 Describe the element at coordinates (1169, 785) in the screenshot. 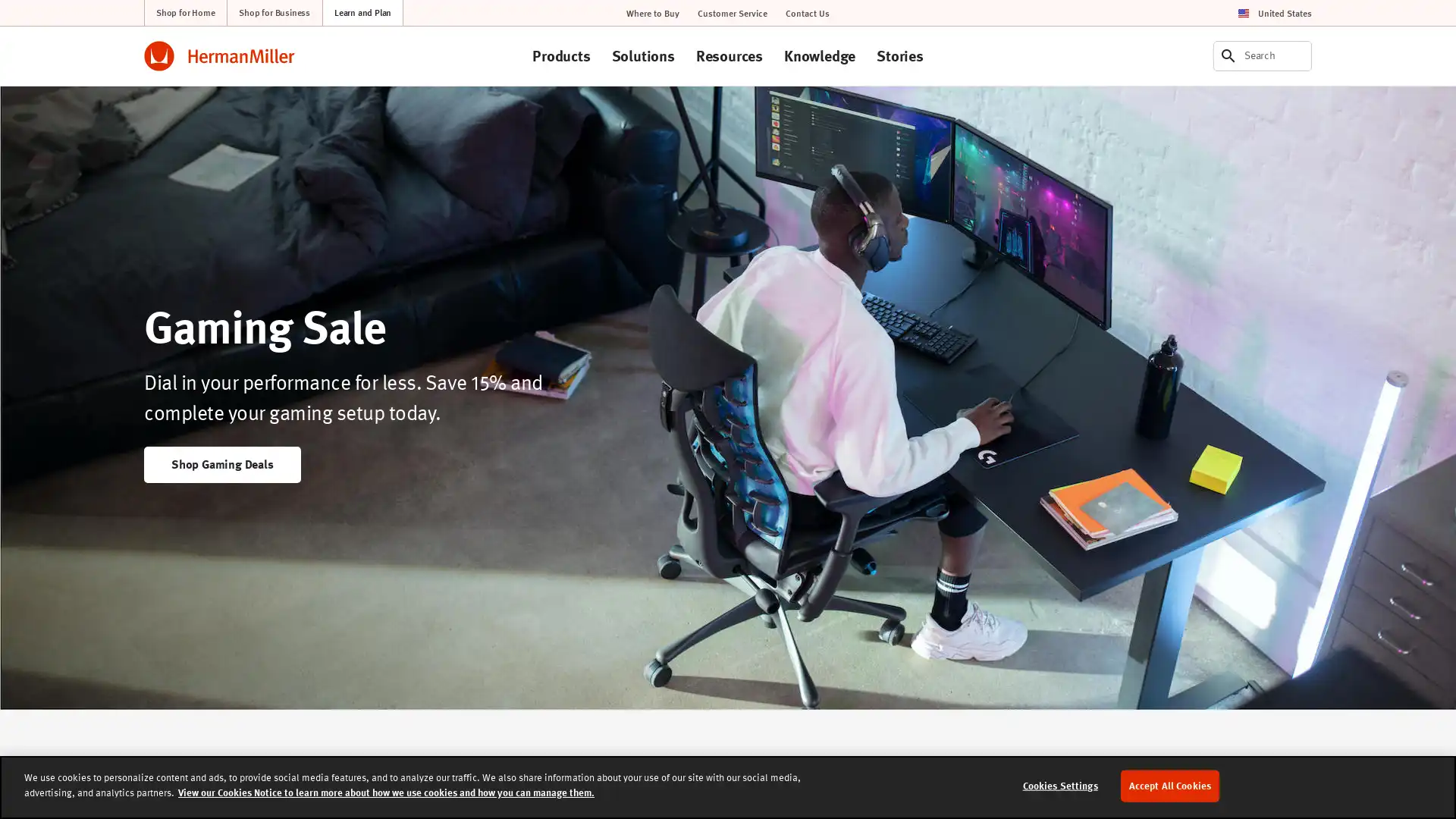

I see `Accept All Cookies` at that location.